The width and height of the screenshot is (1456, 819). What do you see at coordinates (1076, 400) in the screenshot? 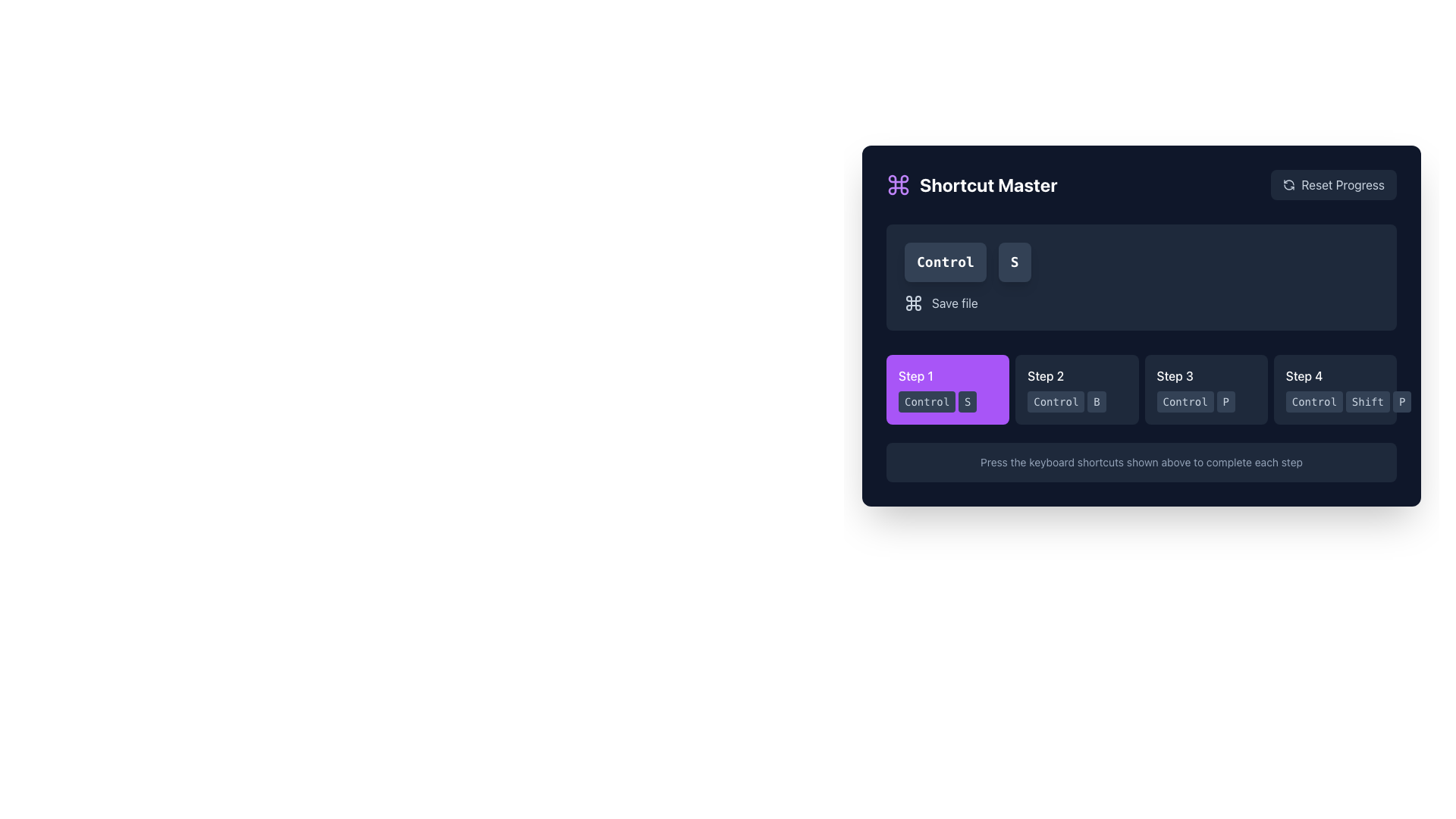
I see `the Informational Text Button Pair representing the keyboard shortcut 'Control + B' located in the 'Step 2' section of the interface` at bounding box center [1076, 400].